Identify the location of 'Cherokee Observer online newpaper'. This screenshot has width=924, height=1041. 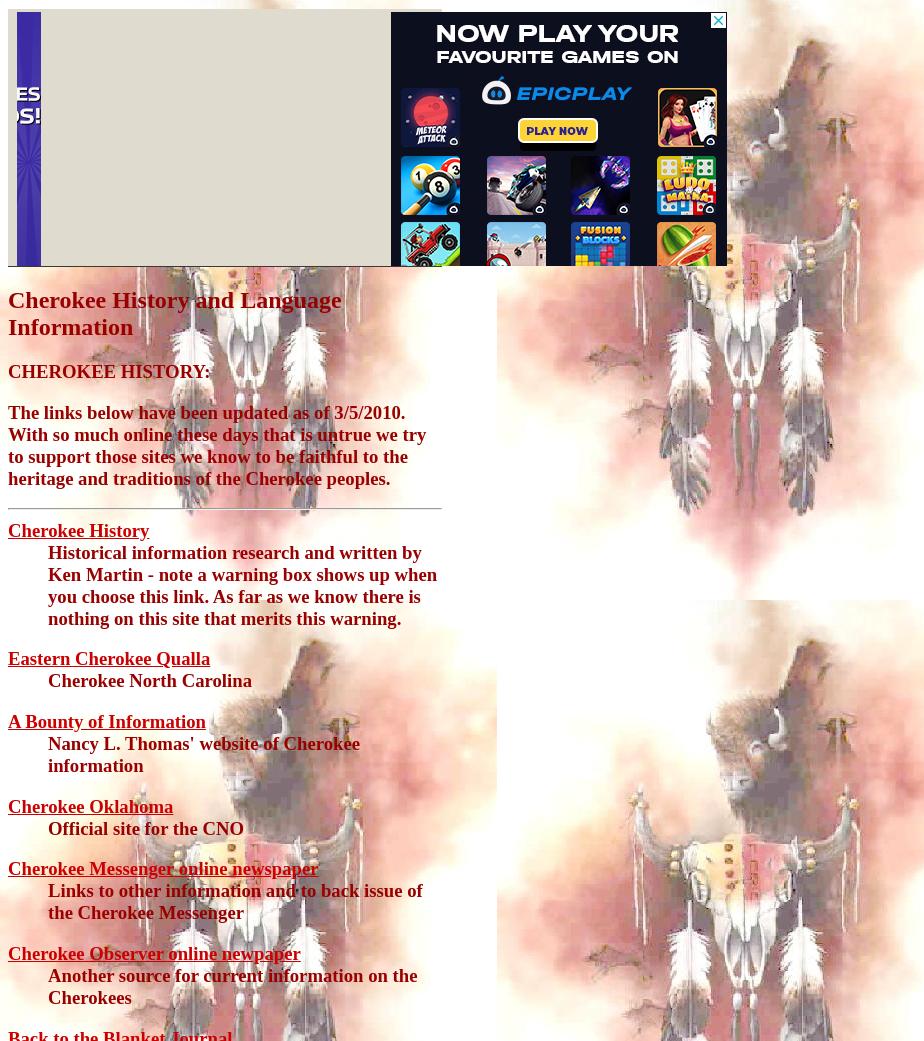
(154, 953).